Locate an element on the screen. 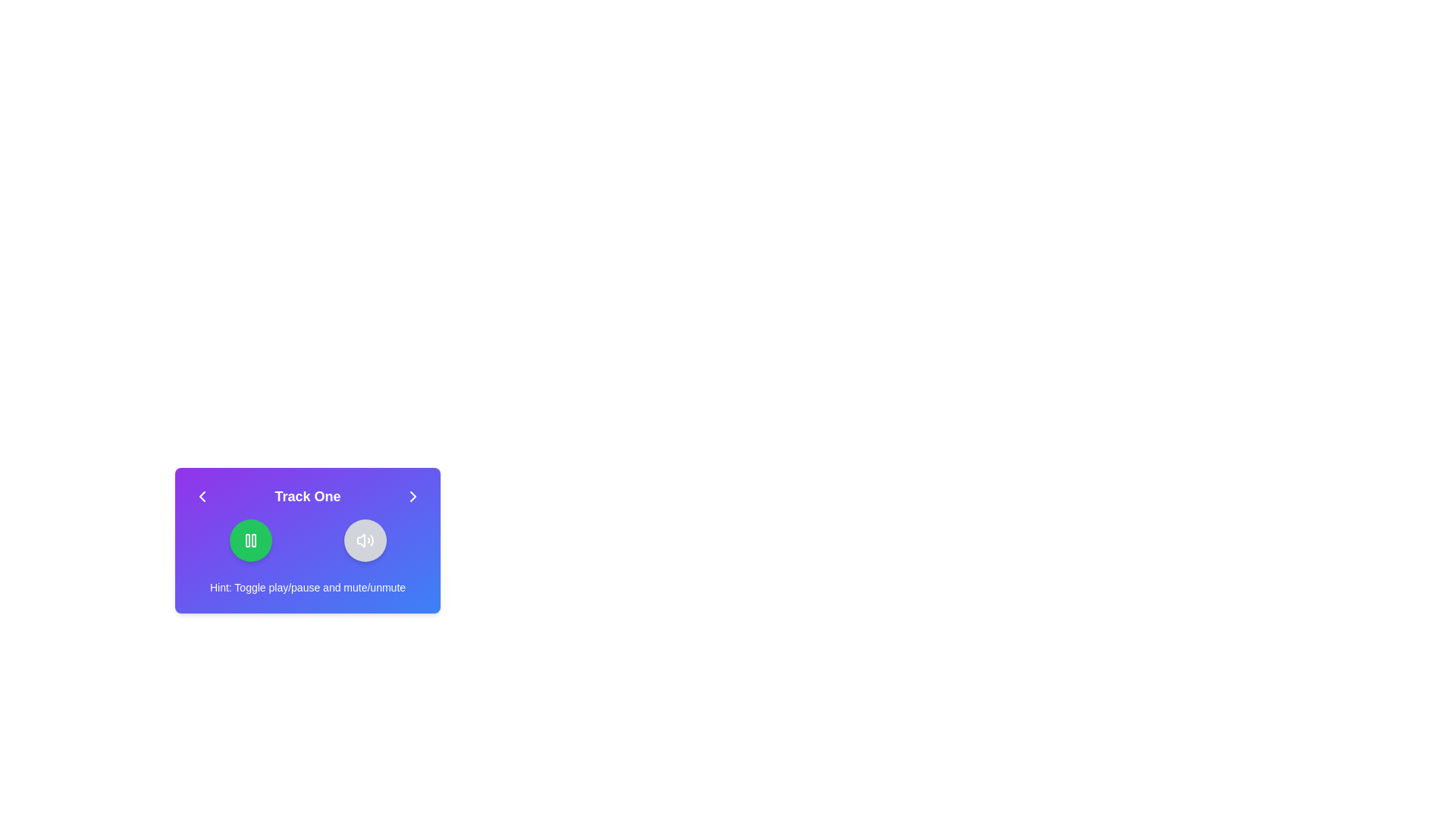  the central green circular pause button icon located to the left of the gray circular button is located at coordinates (250, 540).